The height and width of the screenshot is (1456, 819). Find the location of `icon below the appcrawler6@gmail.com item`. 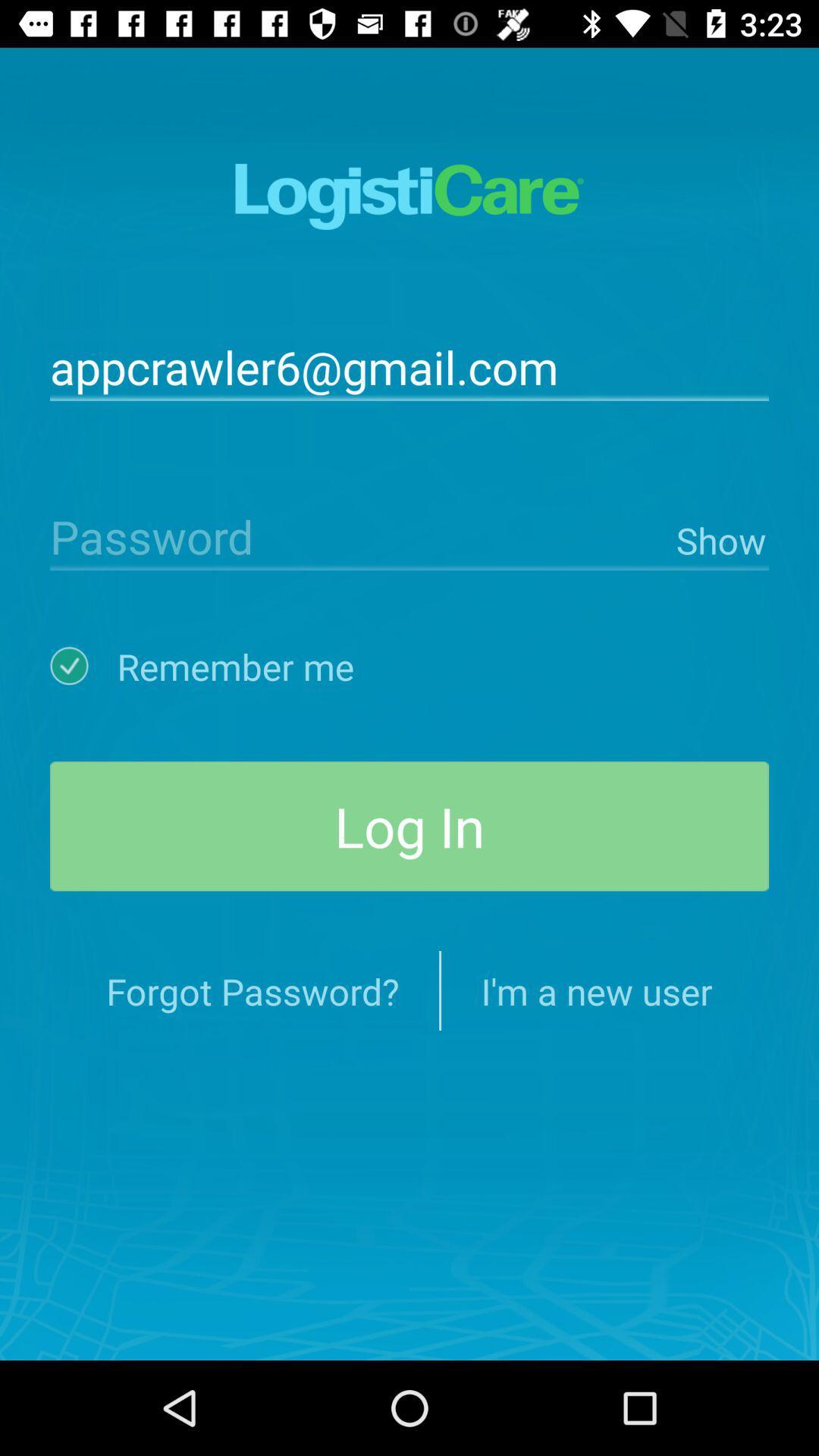

icon below the appcrawler6@gmail.com item is located at coordinates (718, 537).